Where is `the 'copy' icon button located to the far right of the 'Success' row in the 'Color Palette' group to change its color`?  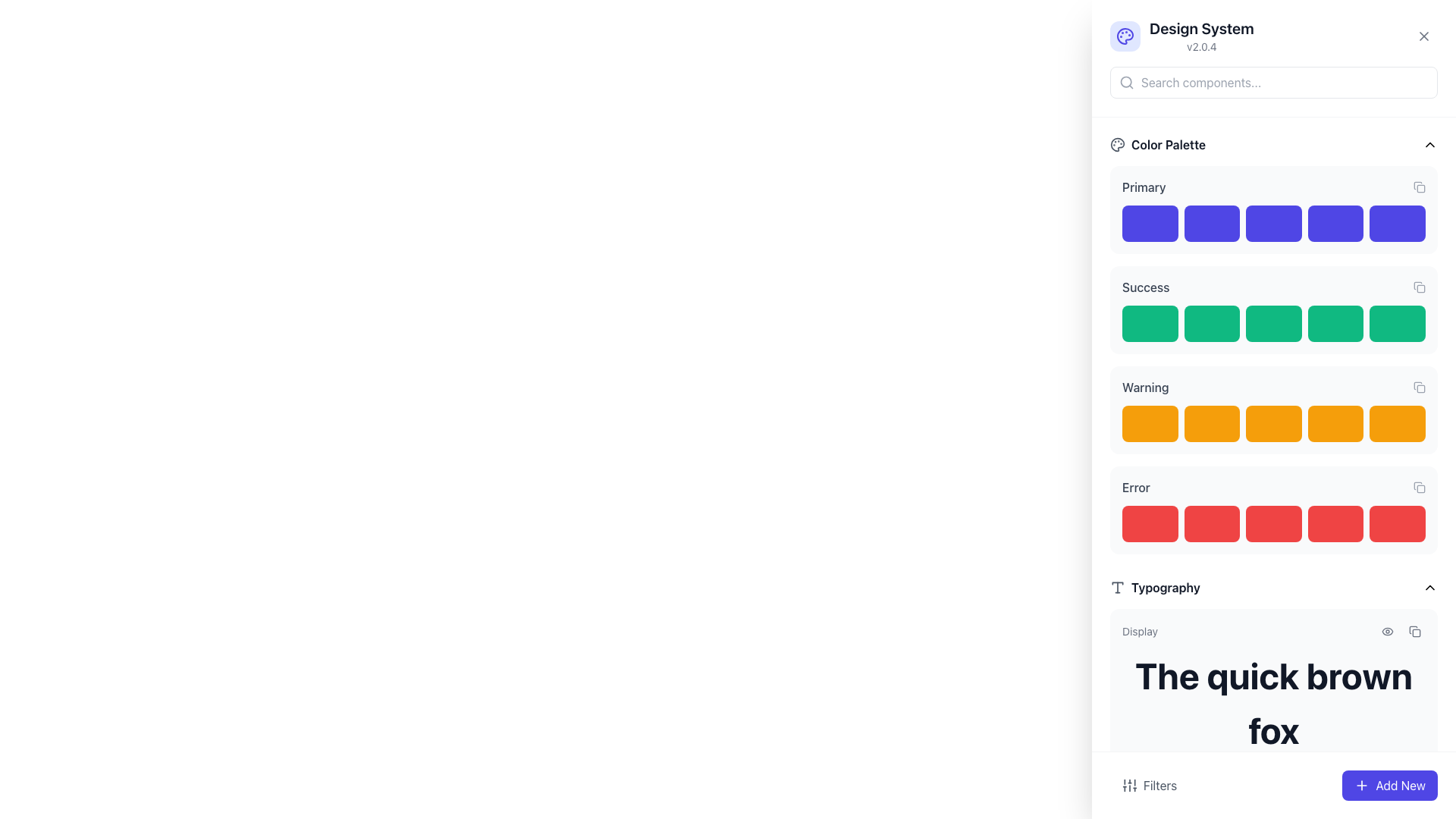 the 'copy' icon button located to the far right of the 'Success' row in the 'Color Palette' group to change its color is located at coordinates (1419, 287).